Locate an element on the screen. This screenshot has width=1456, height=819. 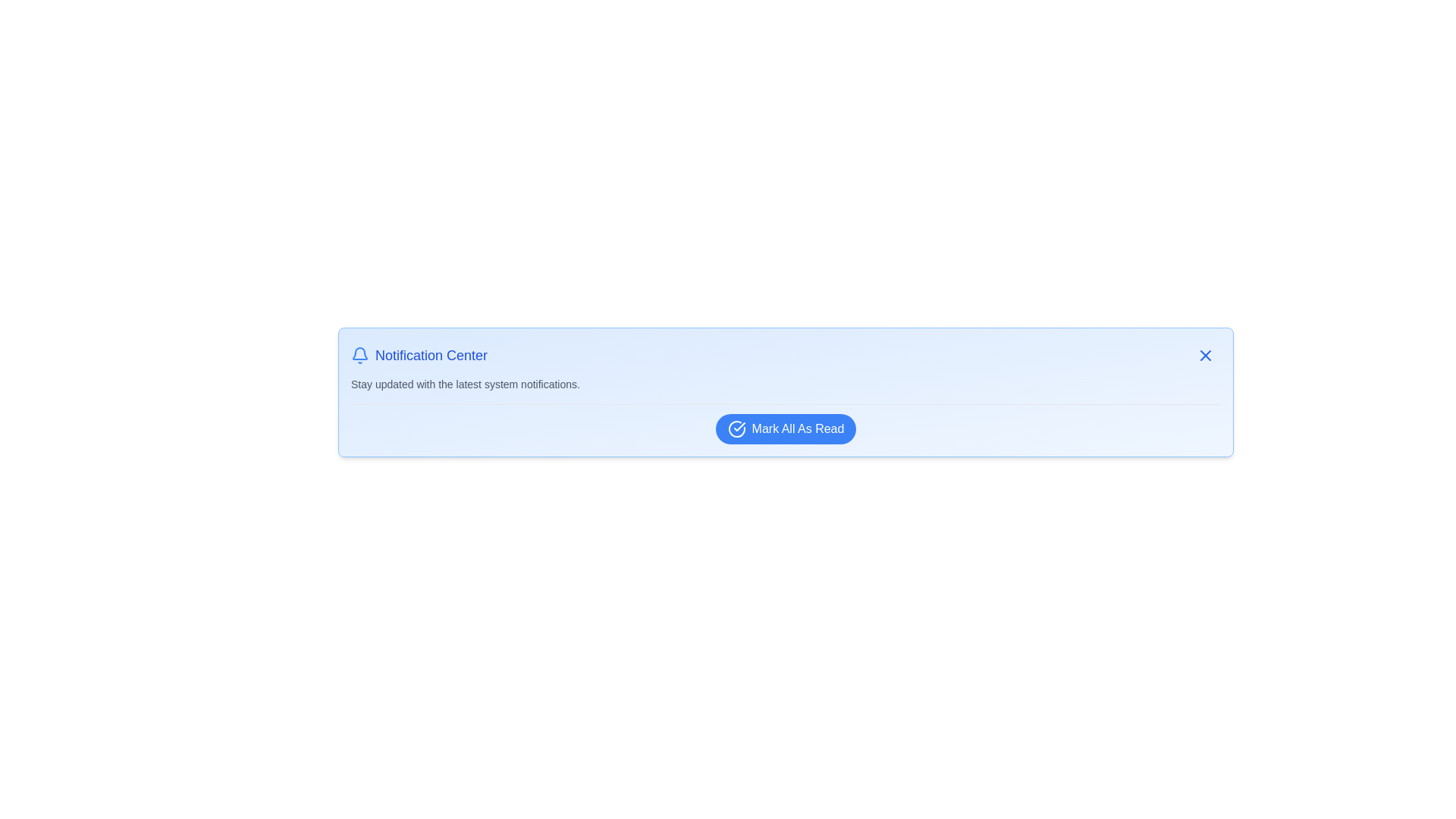
the close button located in the top-right corner of the blue notification panel is located at coordinates (1204, 356).